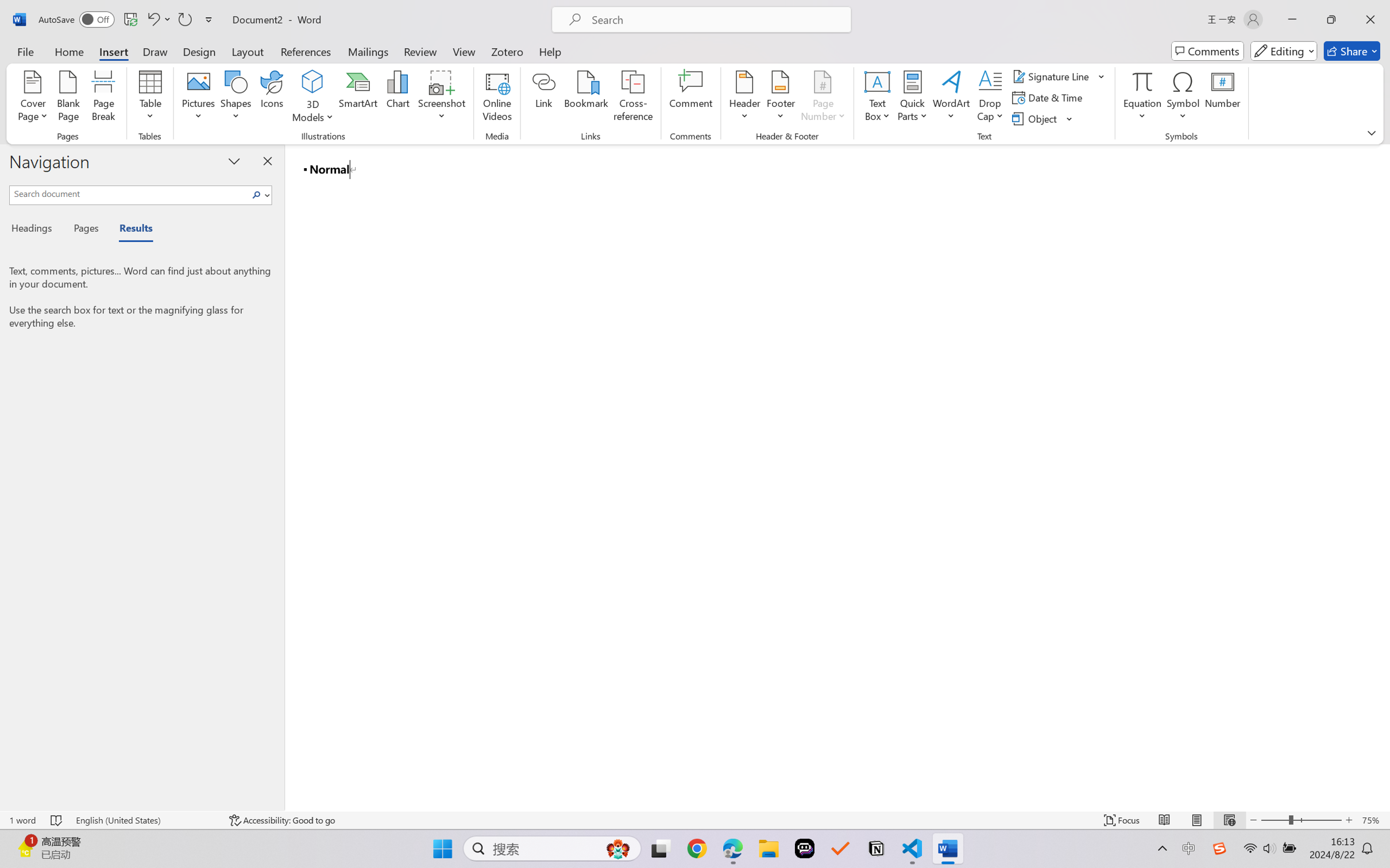 The height and width of the screenshot is (868, 1390). I want to click on 'Pictures', so click(199, 98).